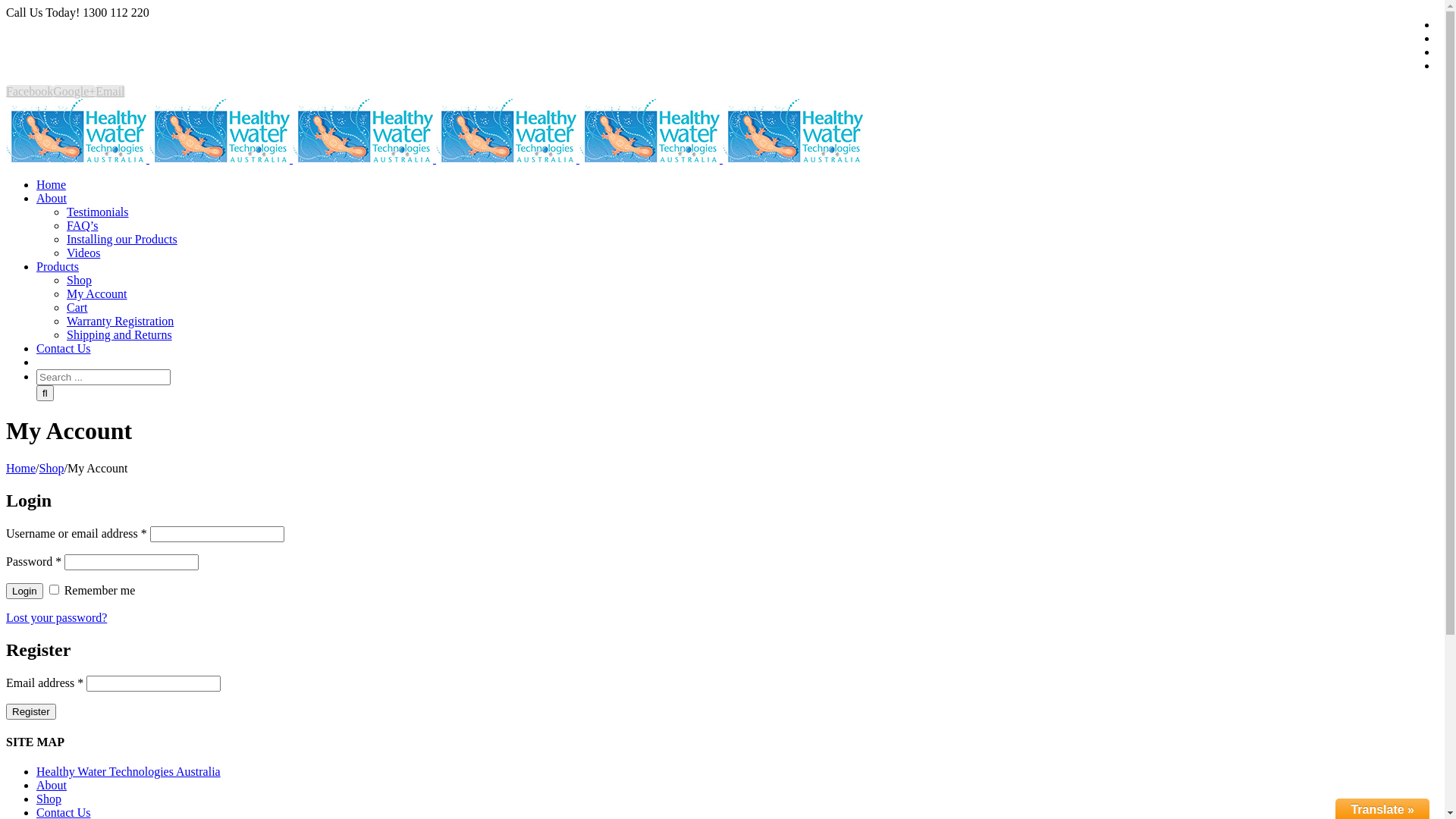 The width and height of the screenshot is (1456, 819). I want to click on 'My Account', so click(96, 293).